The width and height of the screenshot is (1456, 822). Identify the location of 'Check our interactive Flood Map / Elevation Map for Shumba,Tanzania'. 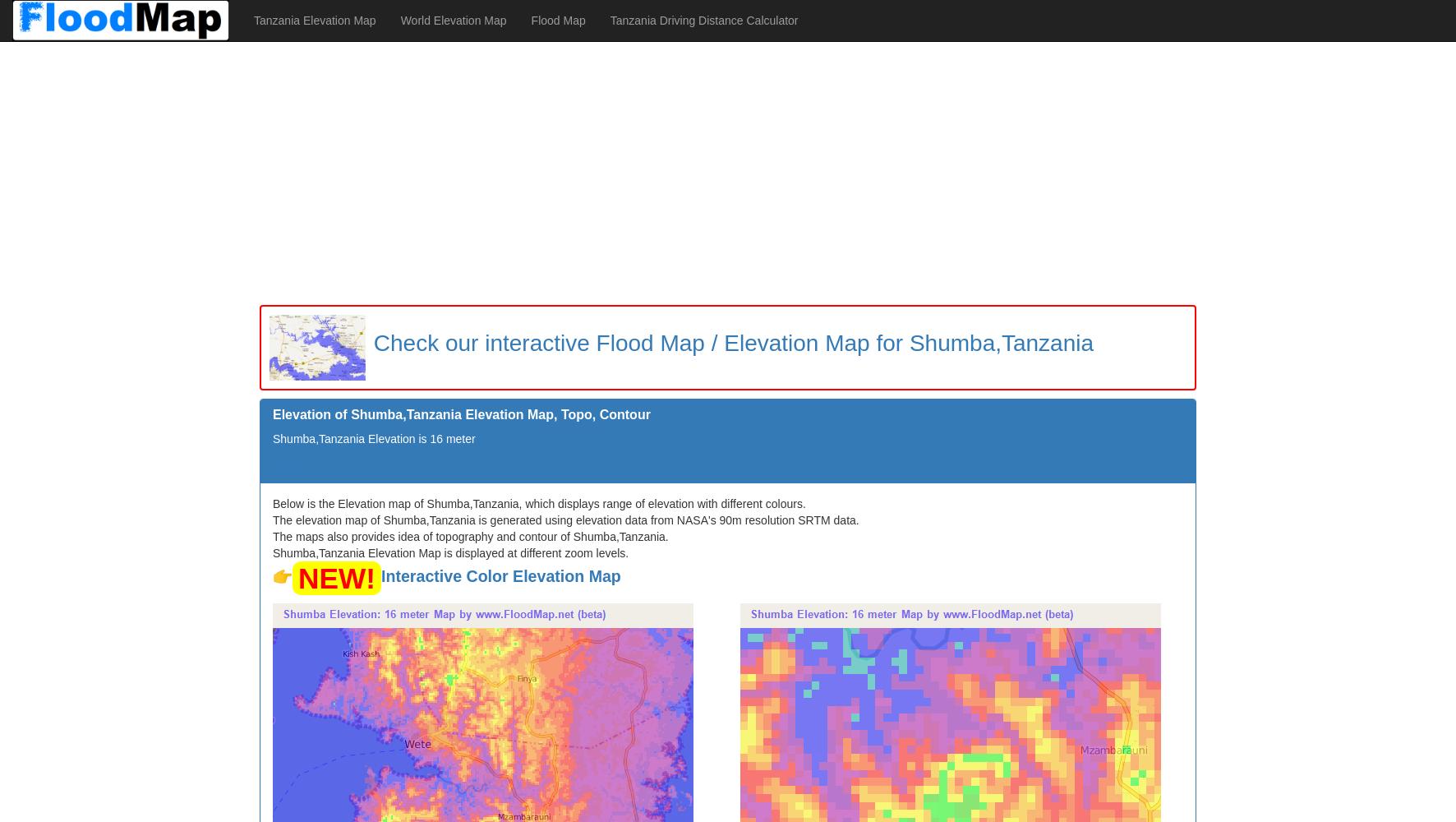
(732, 342).